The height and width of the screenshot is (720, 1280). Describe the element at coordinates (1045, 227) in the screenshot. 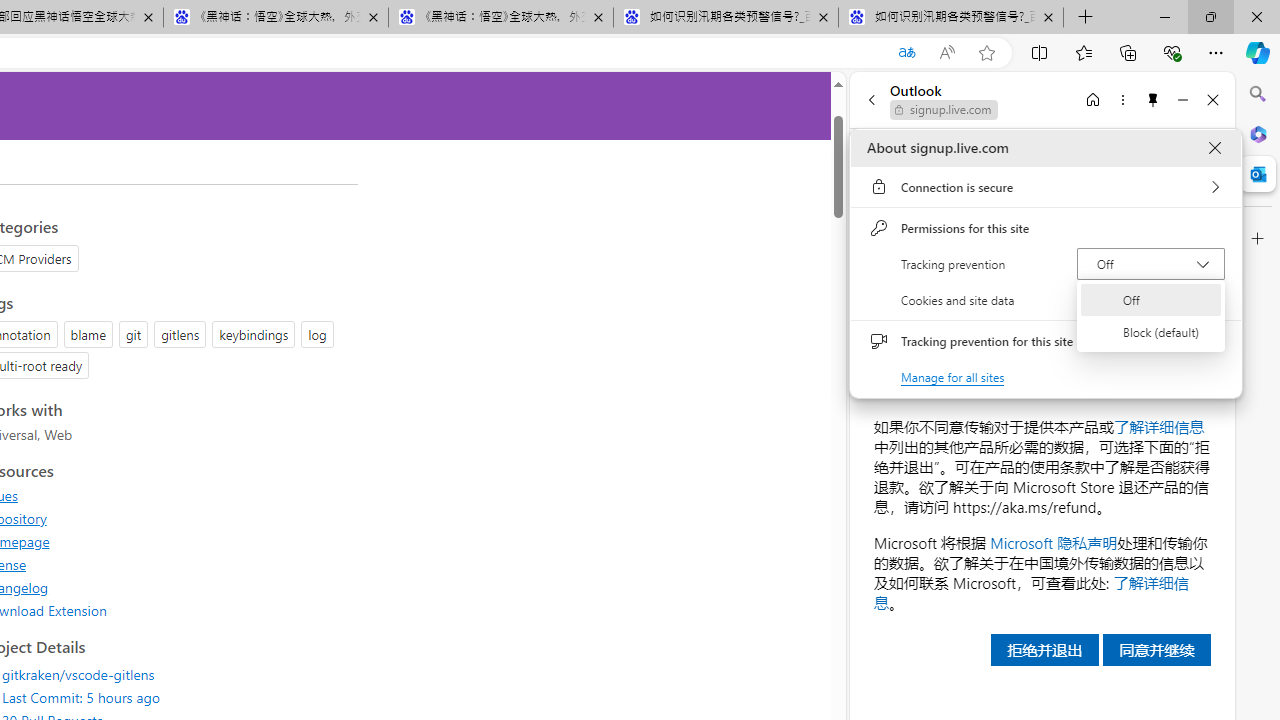

I see `'Permissions for this site'` at that location.